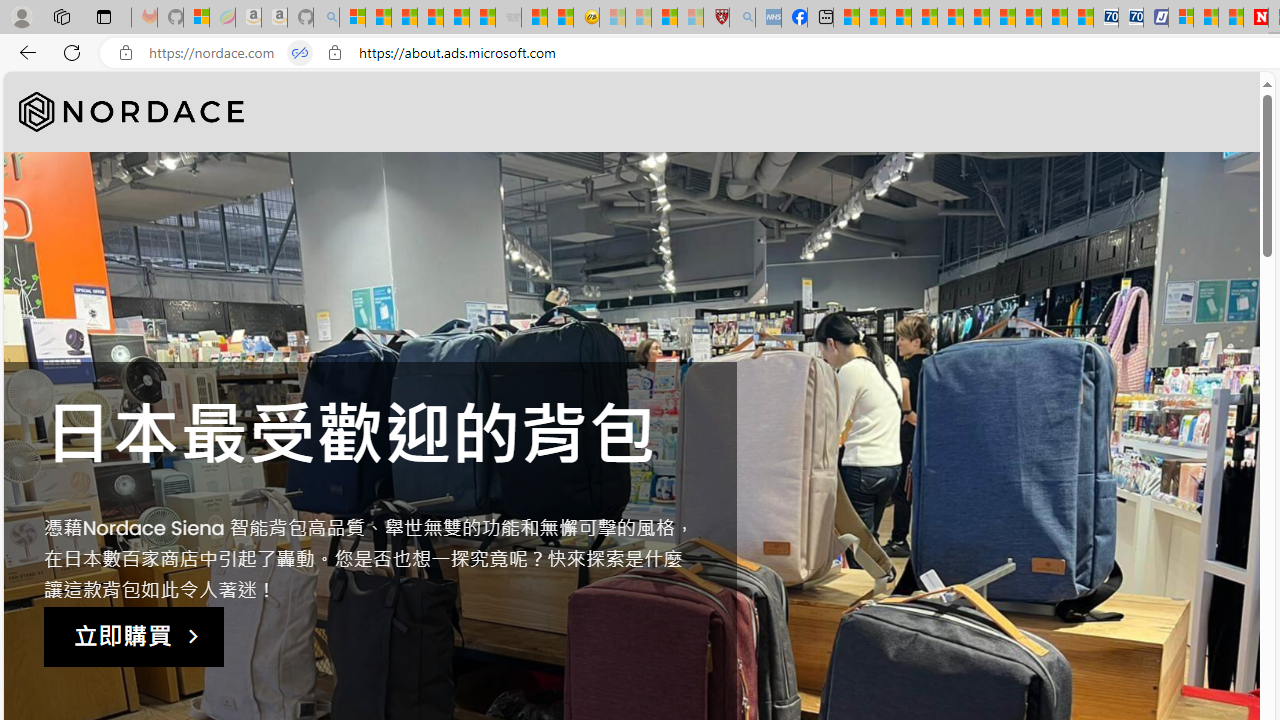  I want to click on 'Robert H. Shmerling, MD - Harvard Health', so click(716, 17).